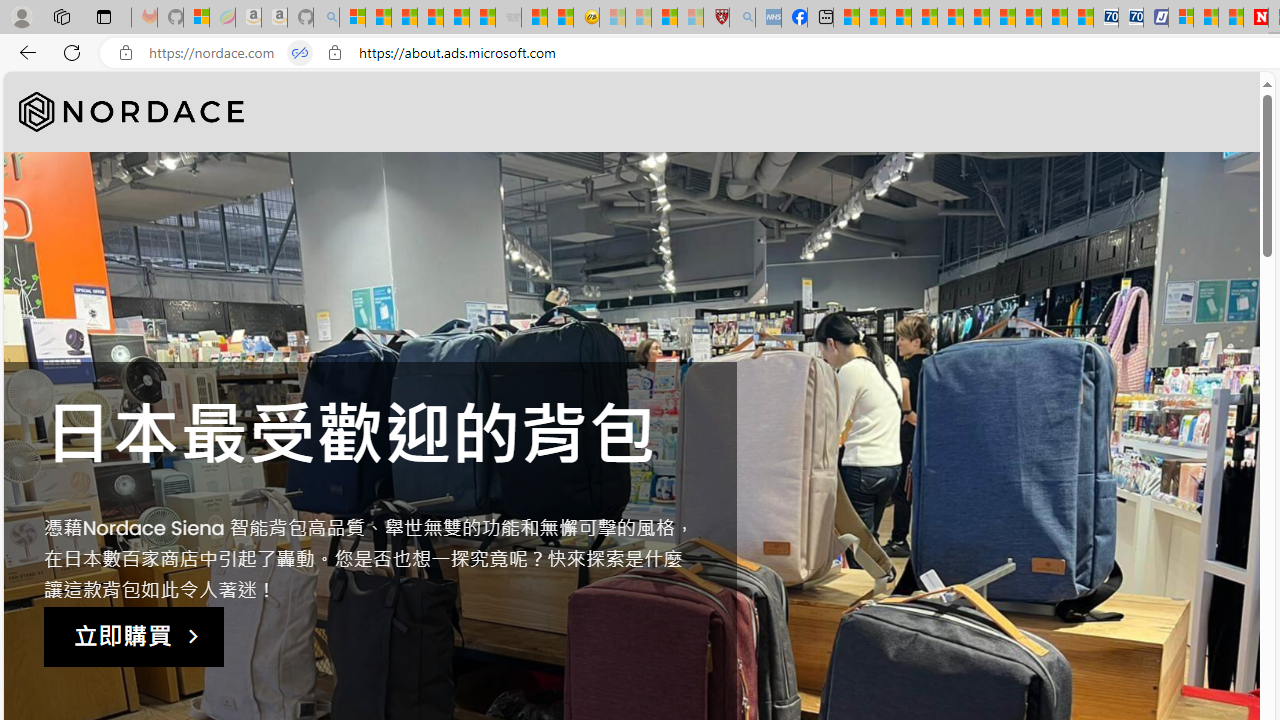  I want to click on 'Robert H. Shmerling, MD - Harvard Health', so click(716, 17).